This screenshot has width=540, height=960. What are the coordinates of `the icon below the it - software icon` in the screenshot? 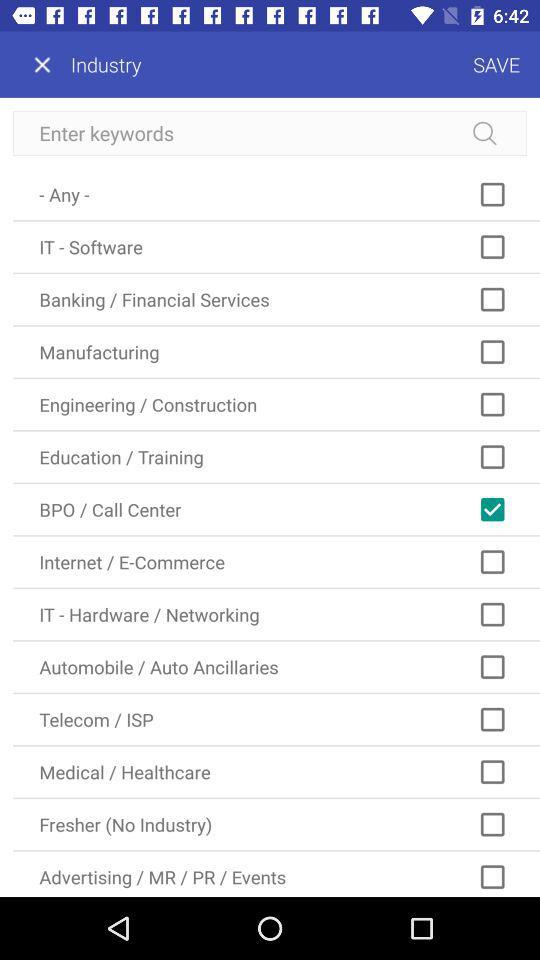 It's located at (275, 298).